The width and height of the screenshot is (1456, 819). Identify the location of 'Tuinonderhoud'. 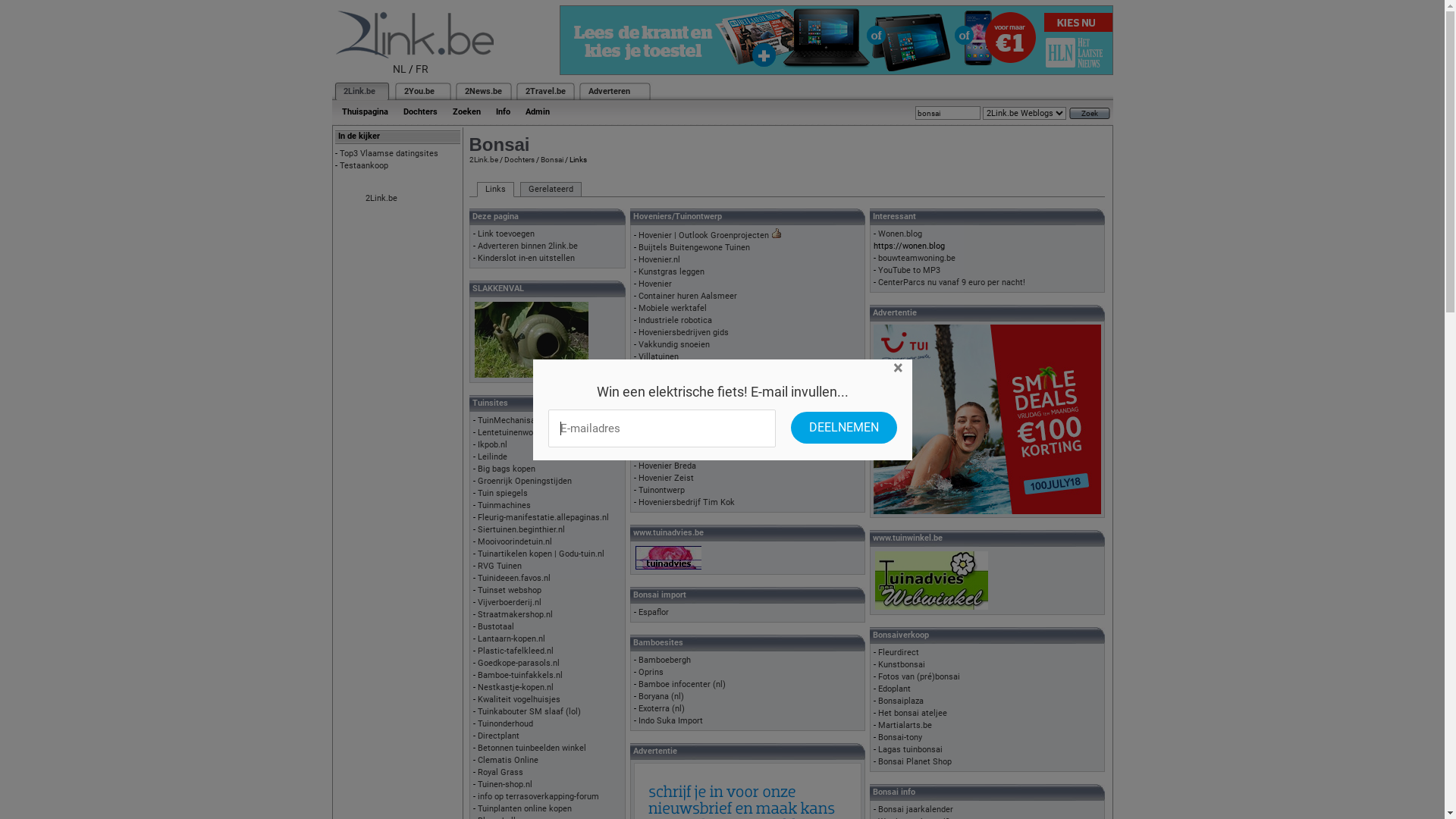
(476, 723).